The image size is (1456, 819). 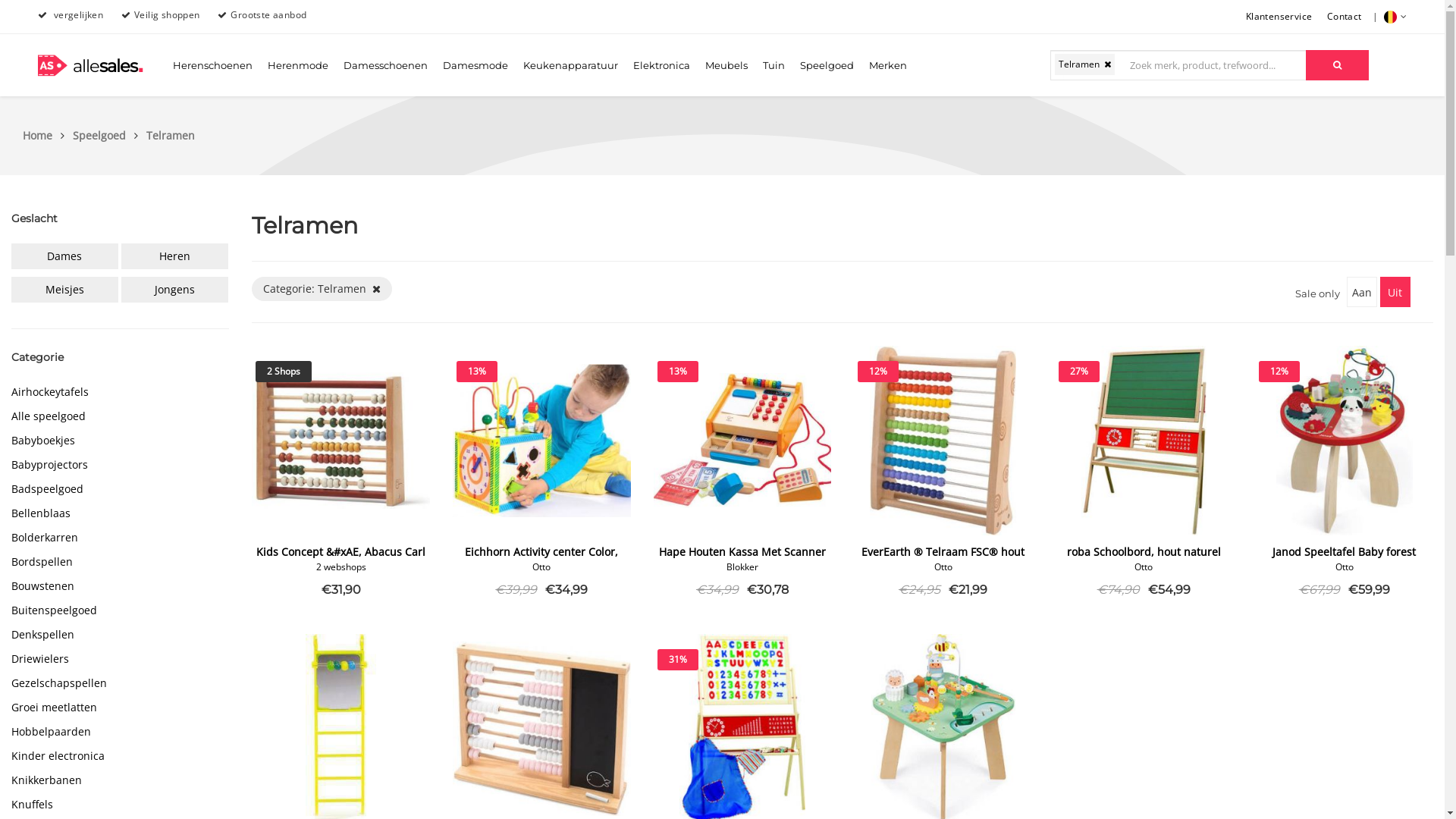 What do you see at coordinates (11, 561) in the screenshot?
I see `'Bordspellen'` at bounding box center [11, 561].